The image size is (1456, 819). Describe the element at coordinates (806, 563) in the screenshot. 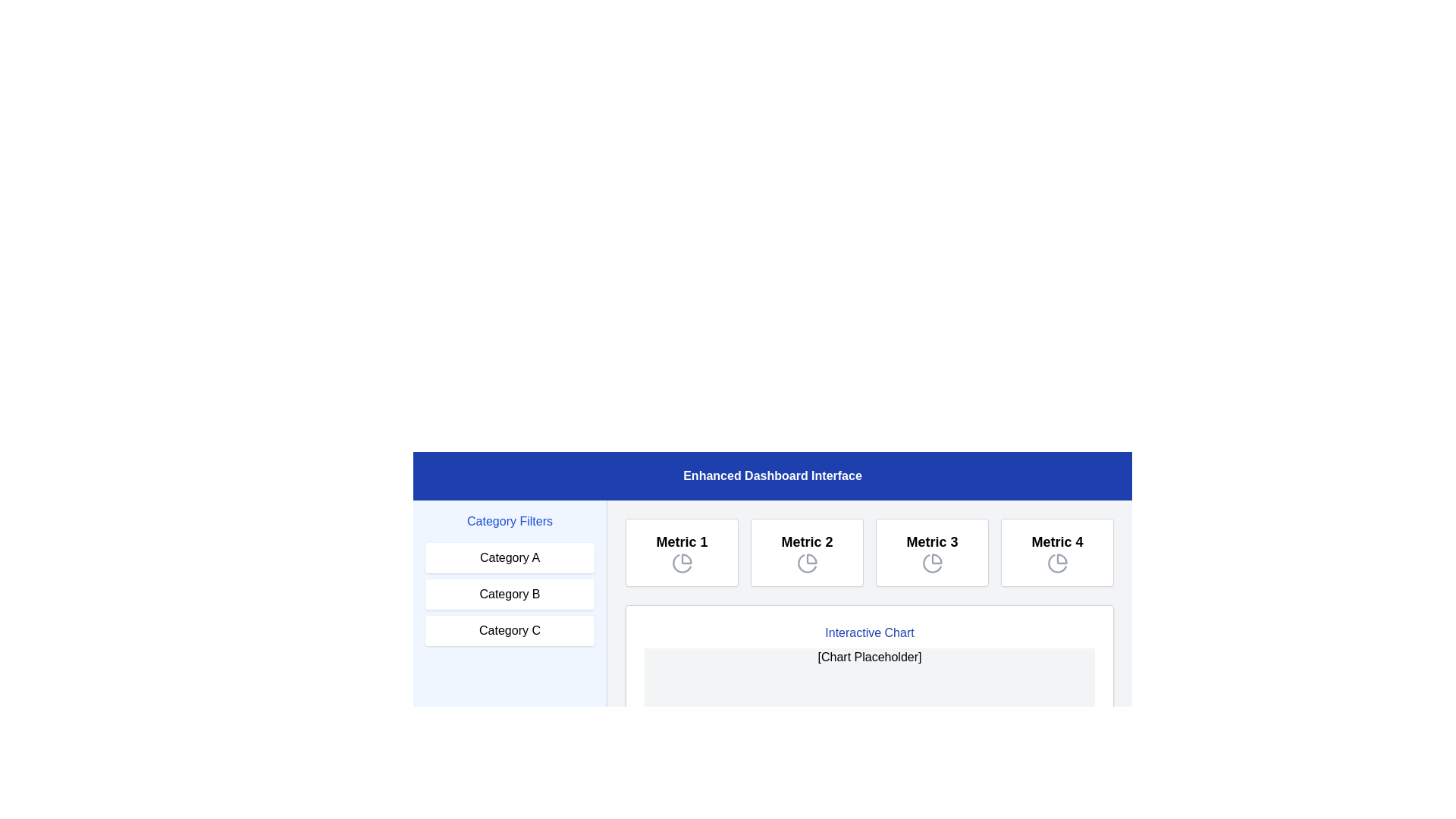

I see `the pie chart icon styled in gray within the card labeled 'Metric 2' on the dashboard` at that location.